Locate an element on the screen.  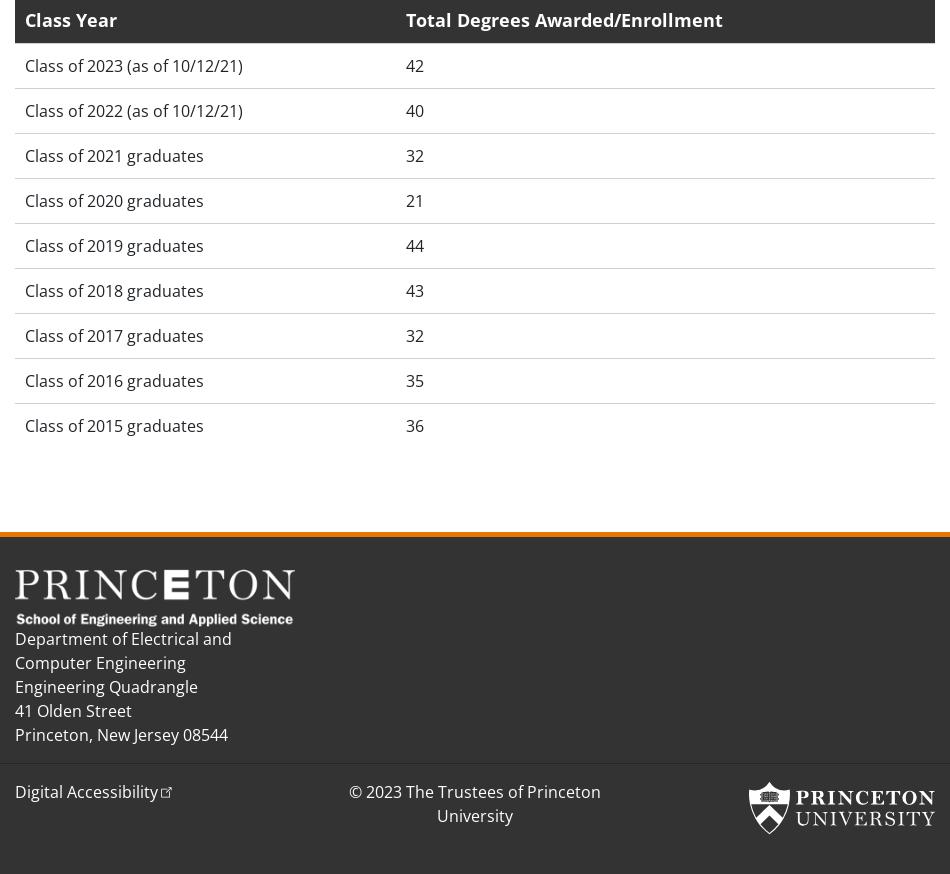
'41 Olden Street' is located at coordinates (73, 710).